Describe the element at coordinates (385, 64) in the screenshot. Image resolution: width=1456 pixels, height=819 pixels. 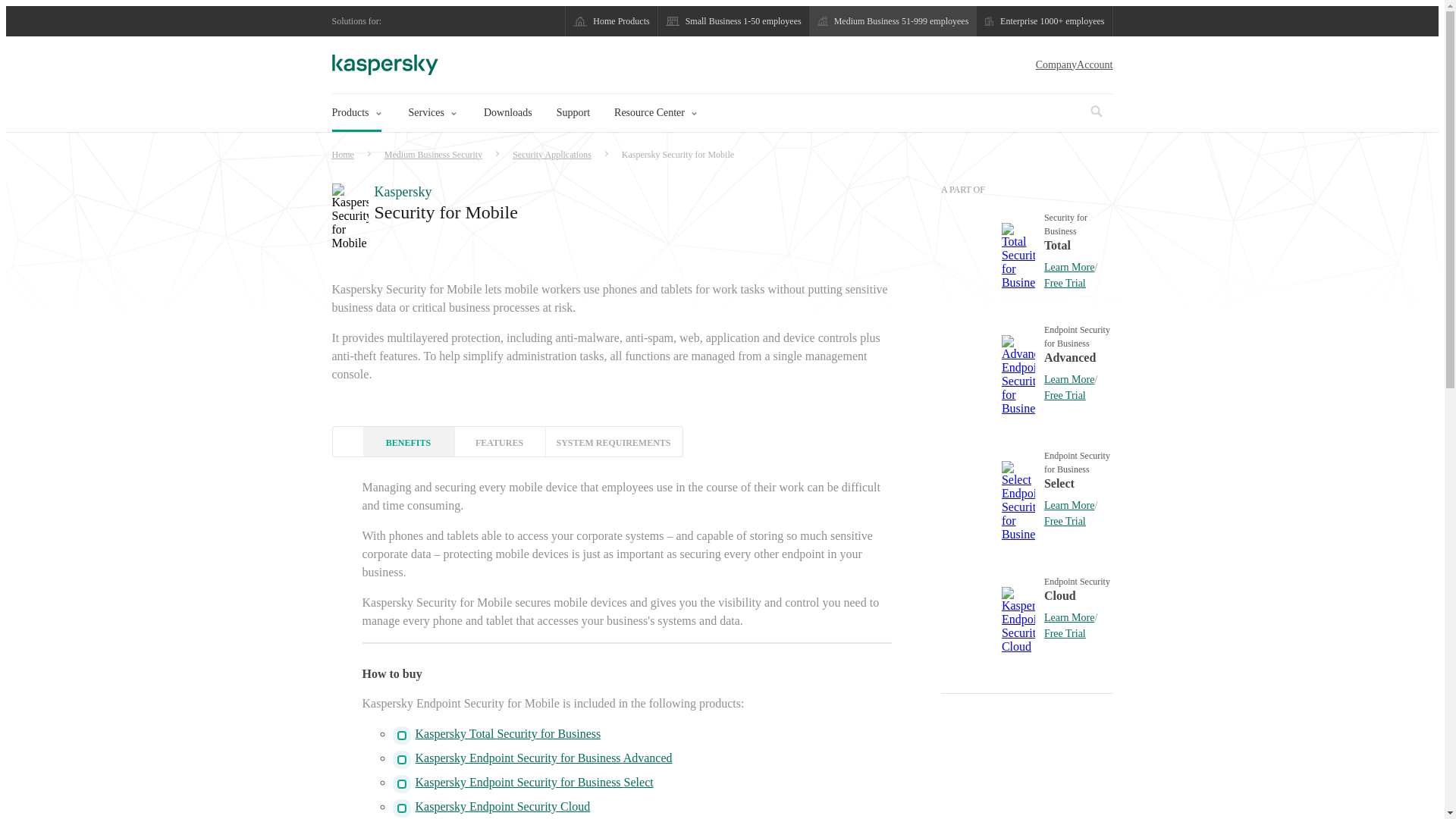
I see `'Kaspersky logo'` at that location.